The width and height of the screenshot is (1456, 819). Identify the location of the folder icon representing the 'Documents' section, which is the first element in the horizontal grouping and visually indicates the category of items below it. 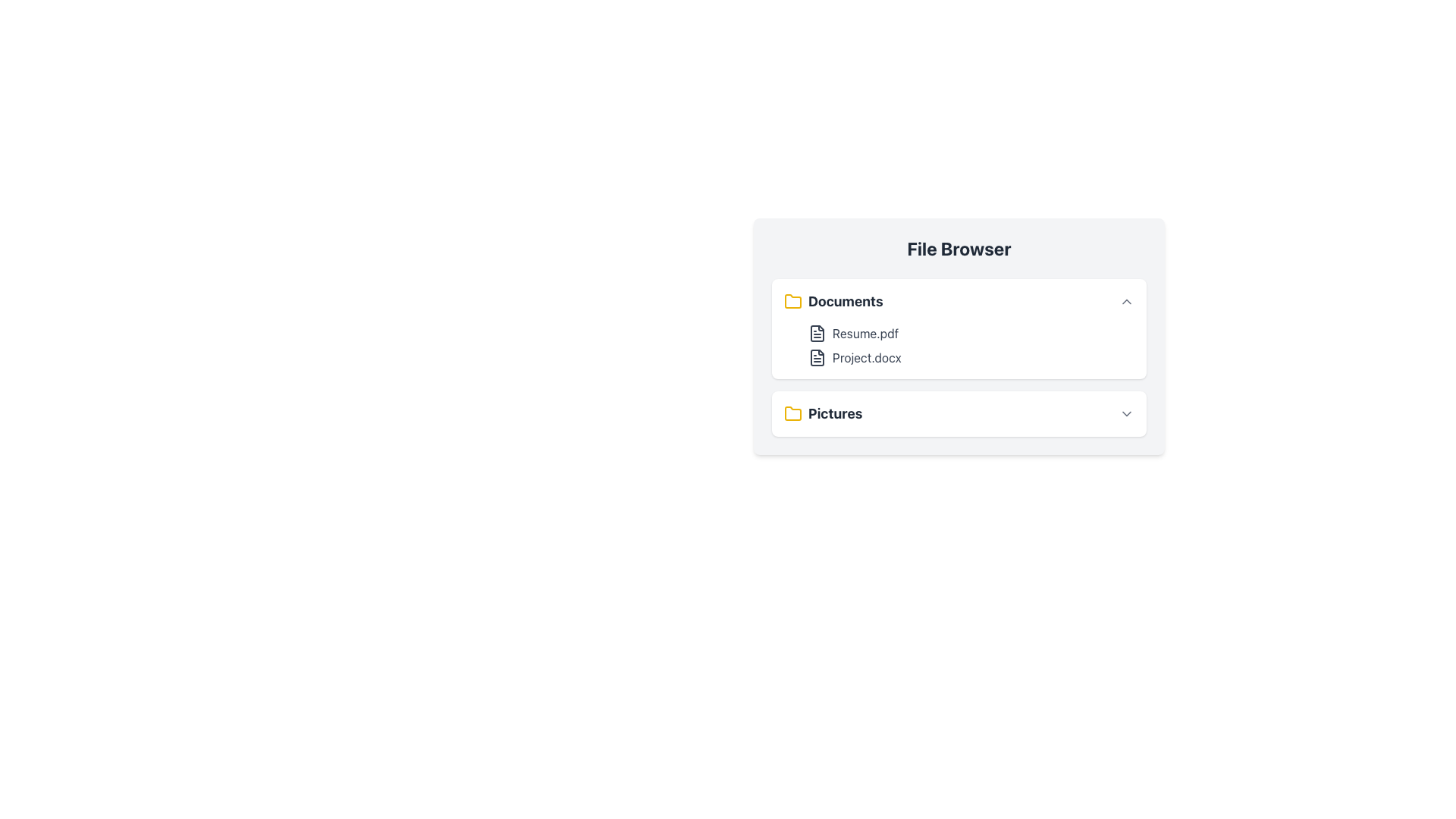
(792, 301).